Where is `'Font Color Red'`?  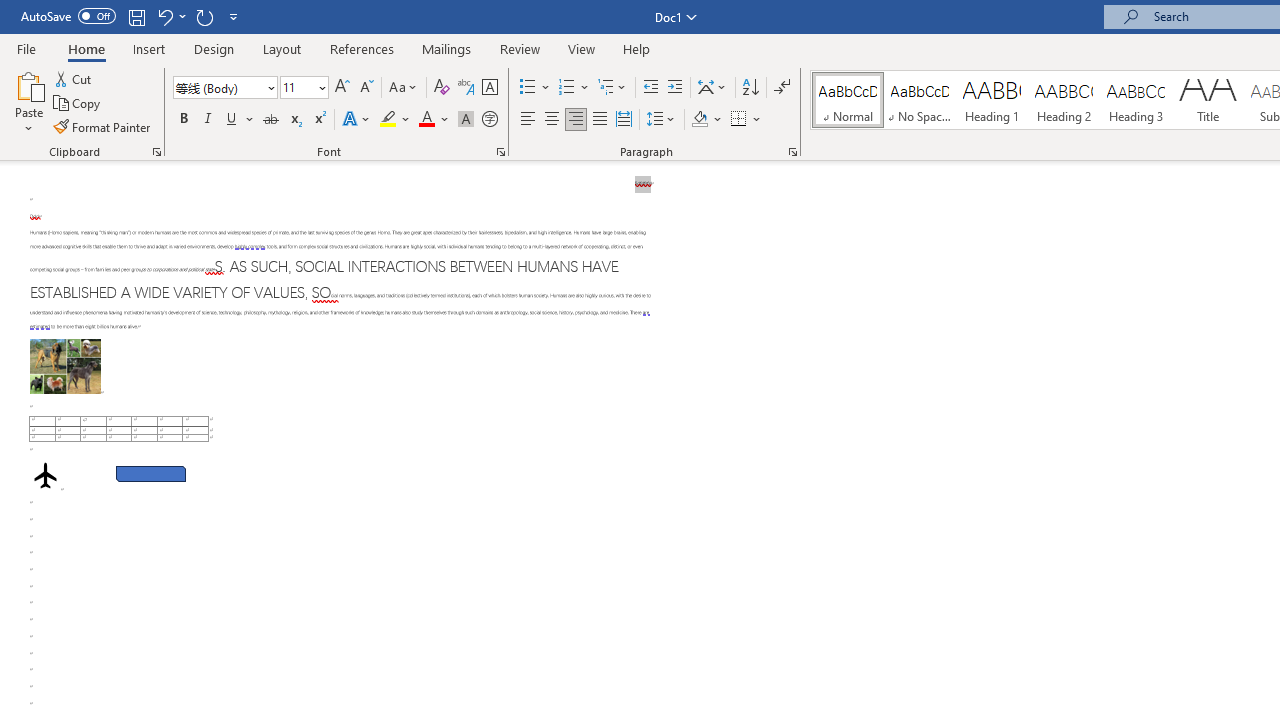 'Font Color Red' is located at coordinates (425, 119).